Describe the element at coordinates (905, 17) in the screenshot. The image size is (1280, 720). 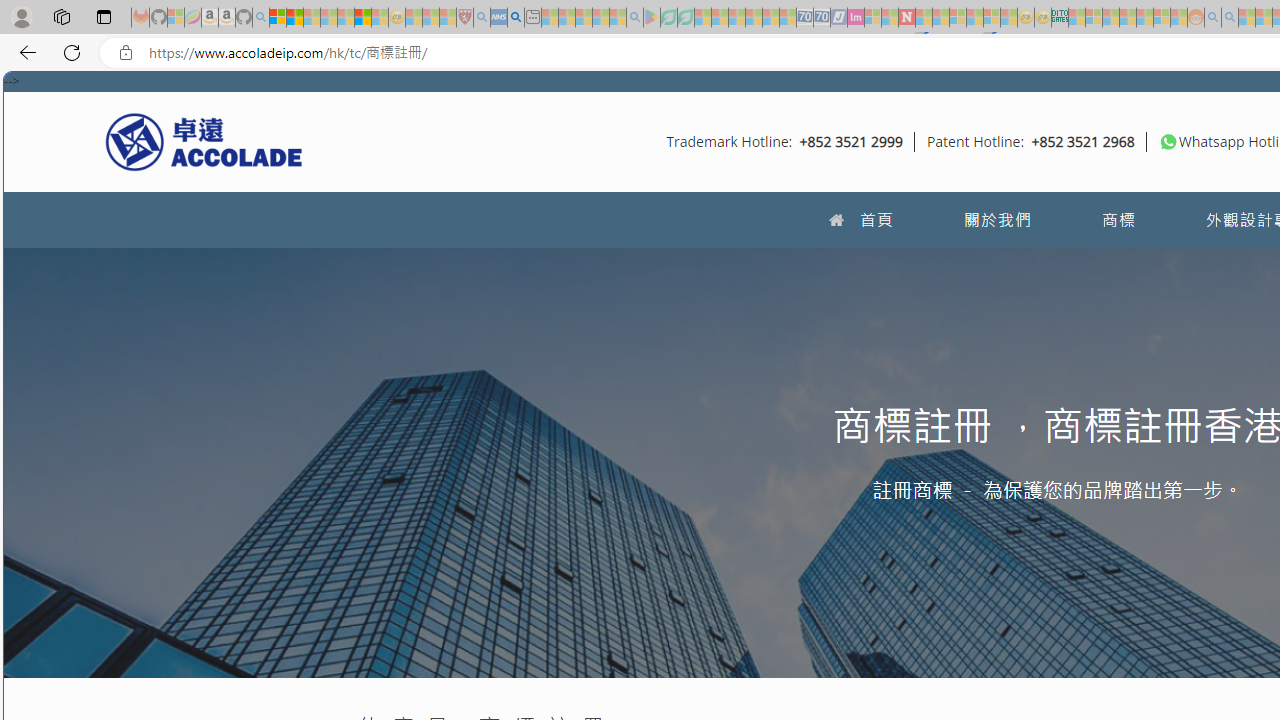
I see `'Latest Politics News & Archive | Newsweek.com - Sleeping'` at that location.